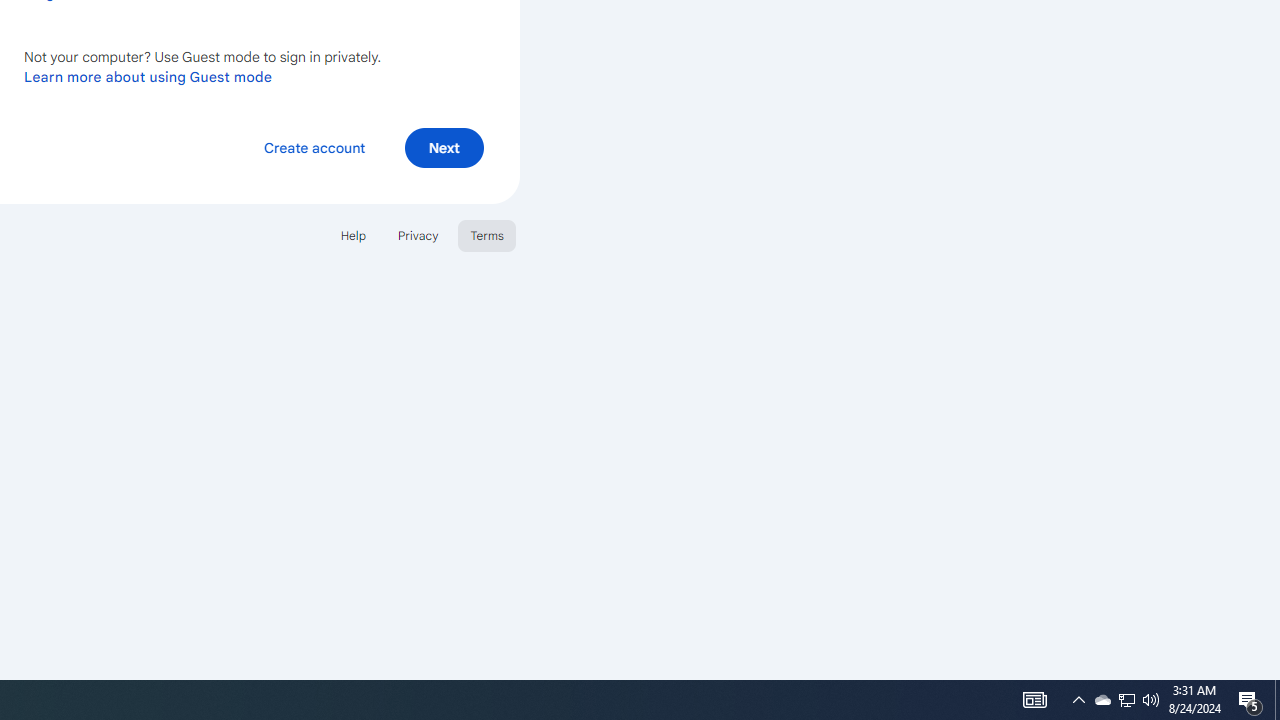  What do you see at coordinates (416, 234) in the screenshot?
I see `'Privacy'` at bounding box center [416, 234].